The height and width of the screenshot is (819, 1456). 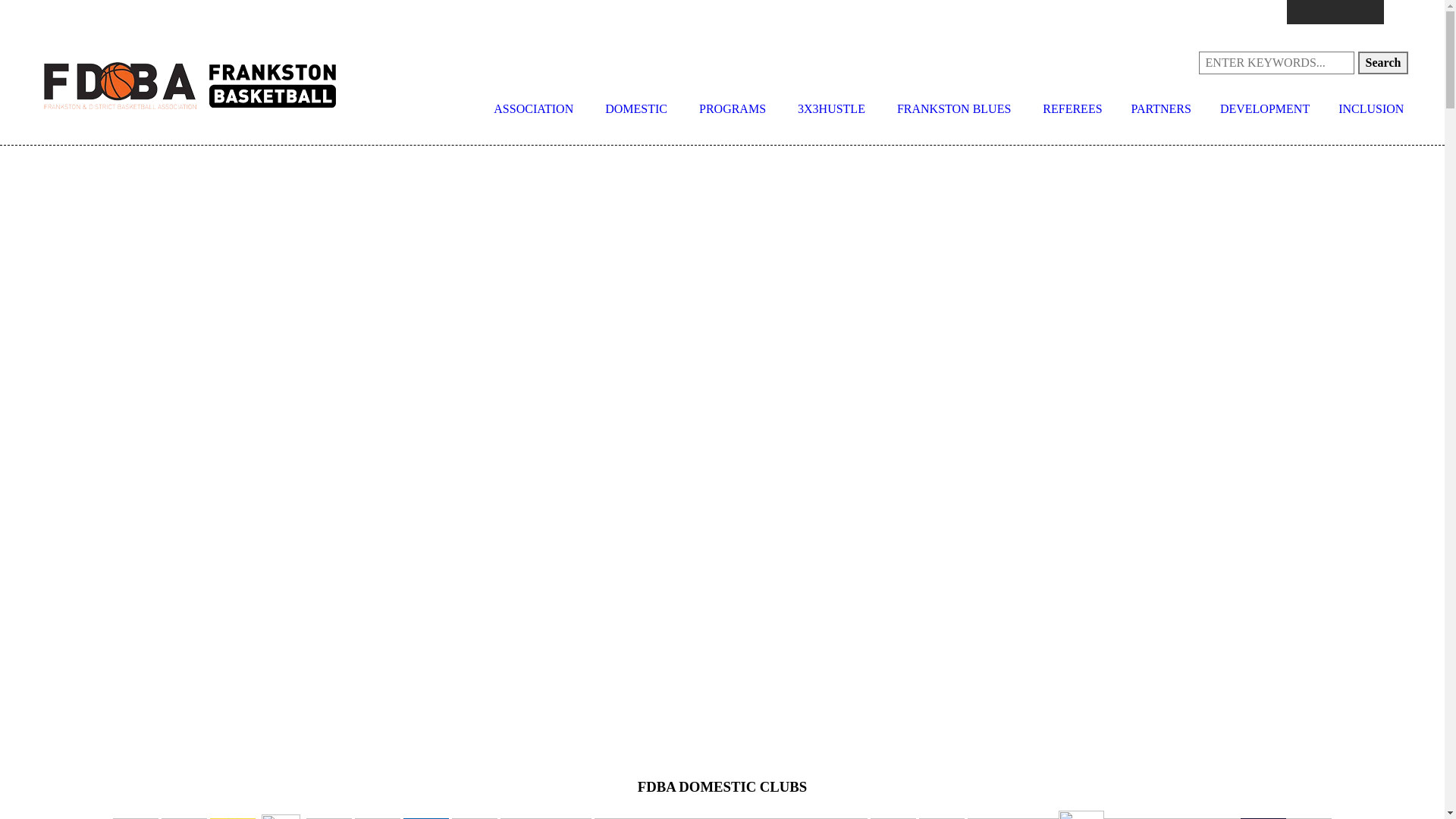 I want to click on 'DEVELOPMENT', so click(x=1264, y=108).